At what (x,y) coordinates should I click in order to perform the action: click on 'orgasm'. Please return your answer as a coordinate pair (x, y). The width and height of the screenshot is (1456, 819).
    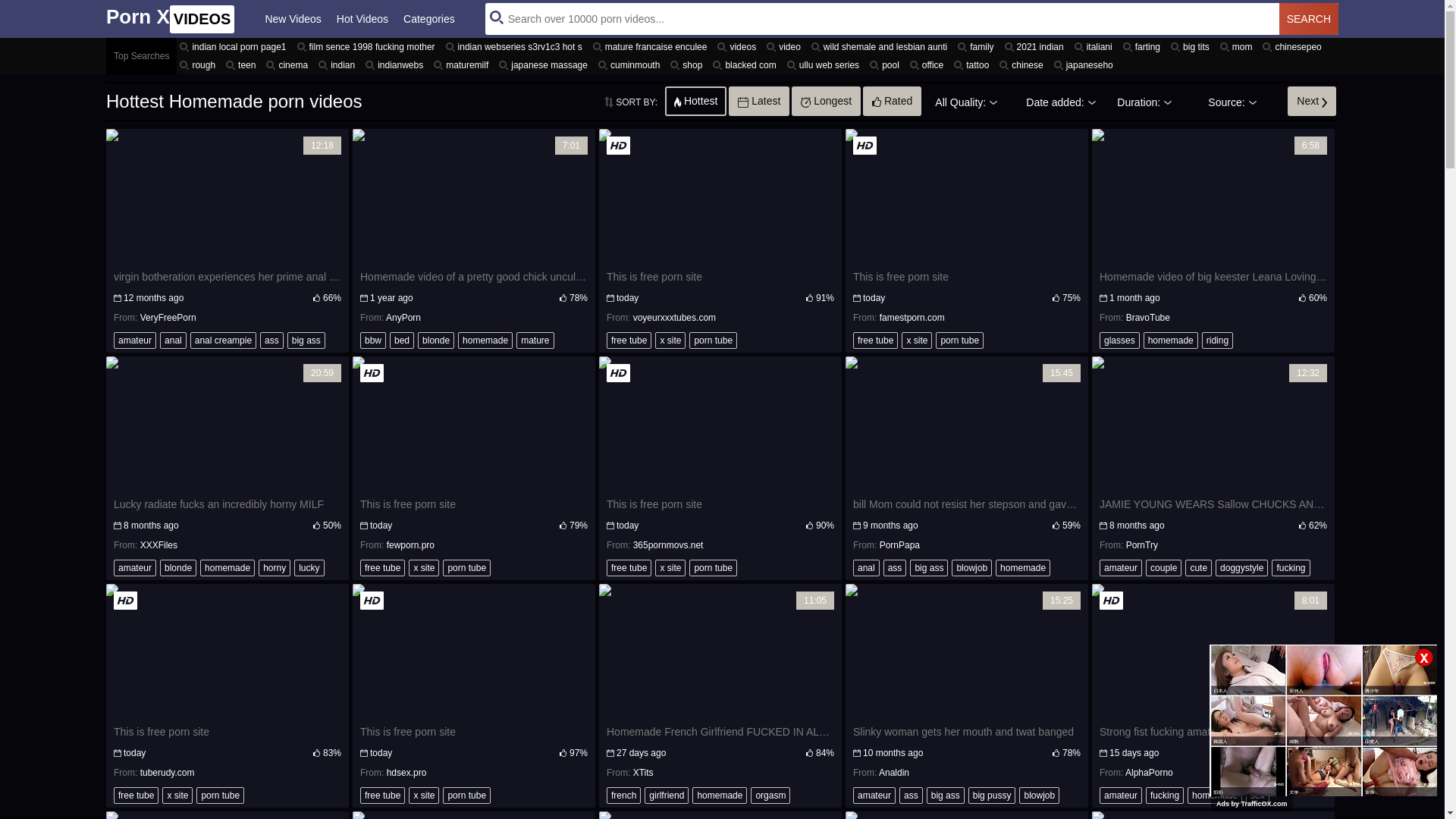
    Looking at the image, I should click on (770, 795).